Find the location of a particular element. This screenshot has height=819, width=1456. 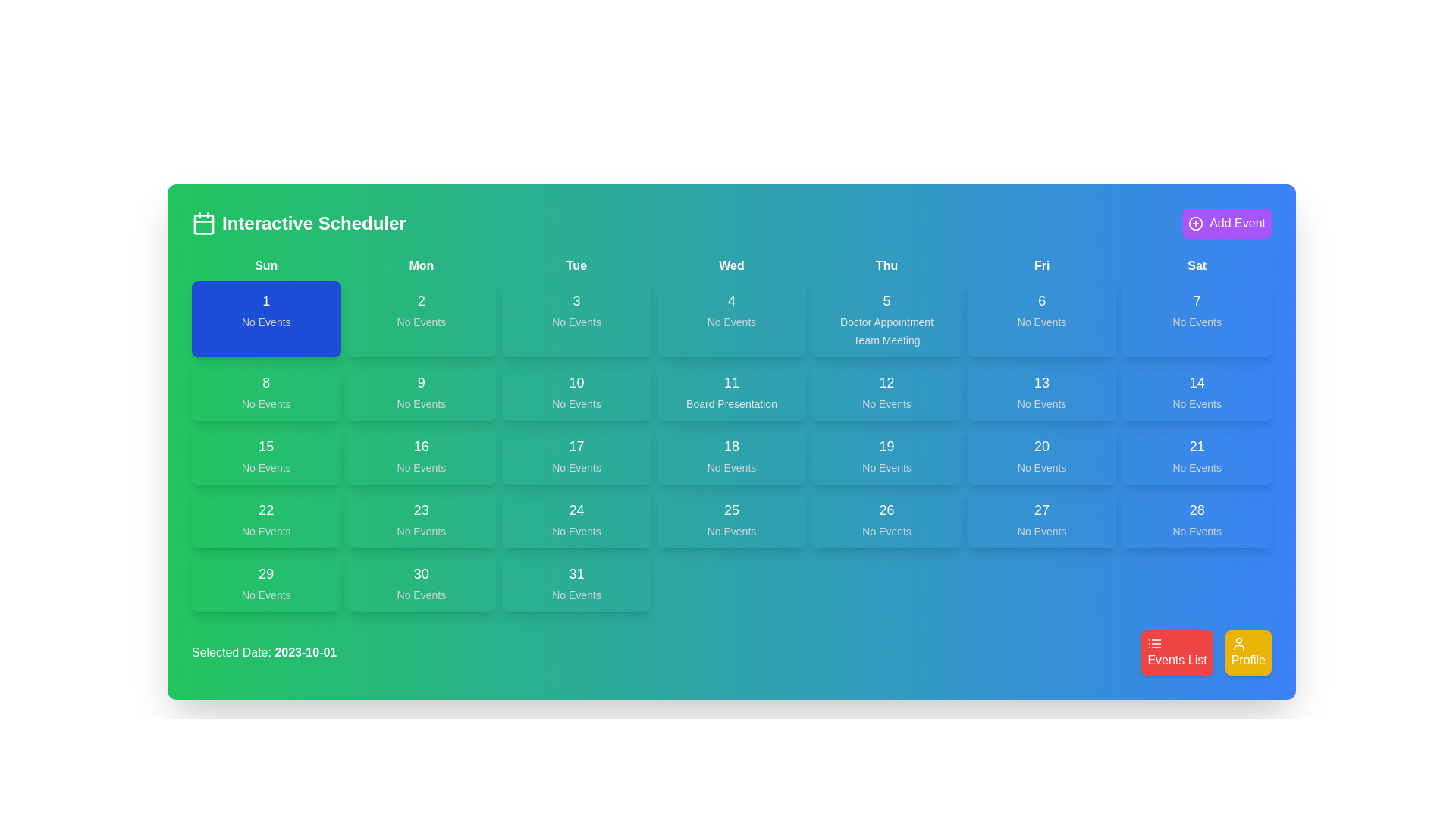

the static text label displaying 'No Events.' which is centered beneath the number '18' in the interactive scheduler's calendar cell is located at coordinates (731, 467).